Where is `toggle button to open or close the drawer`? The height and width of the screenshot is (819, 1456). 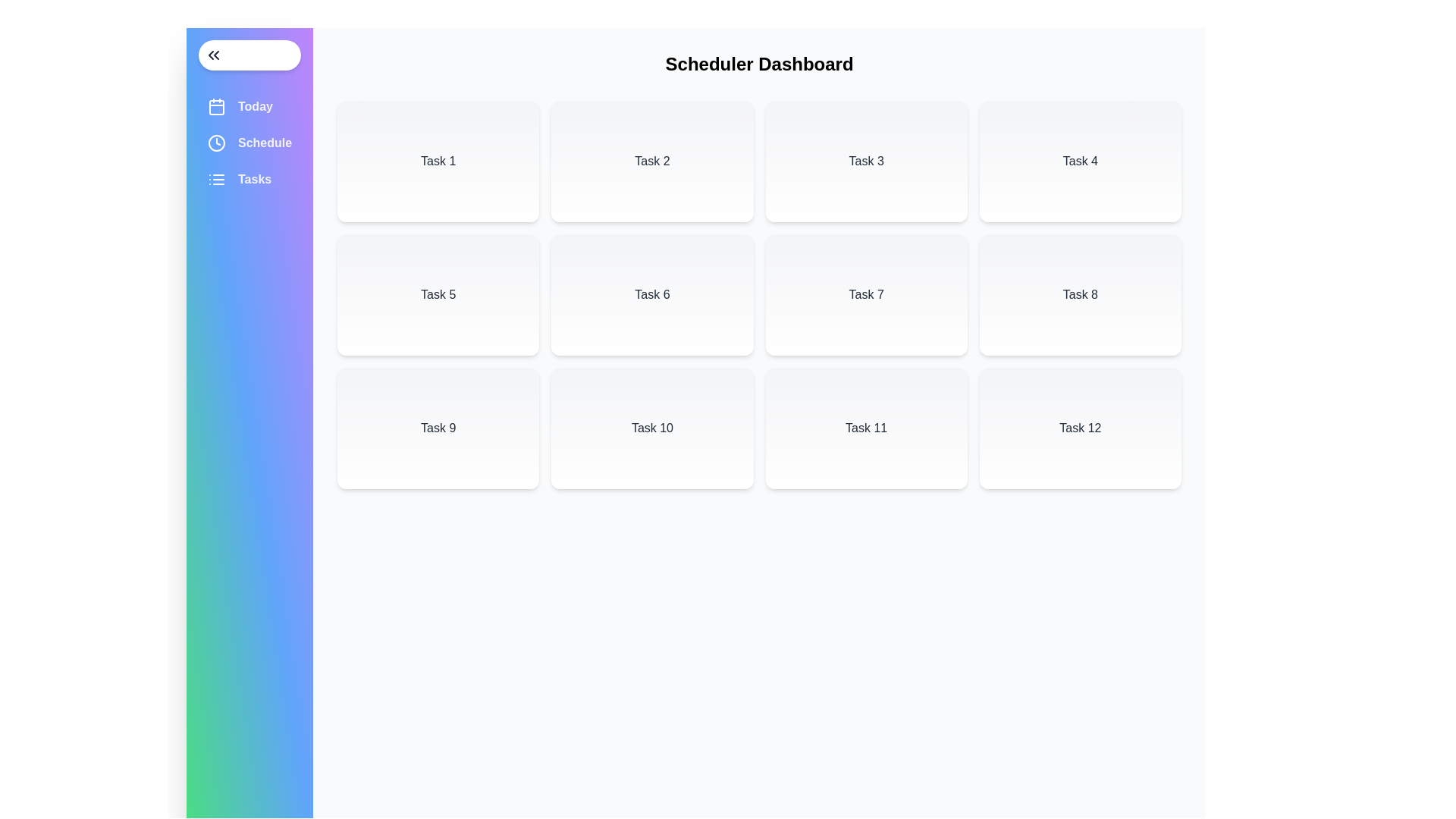
toggle button to open or close the drawer is located at coordinates (249, 55).